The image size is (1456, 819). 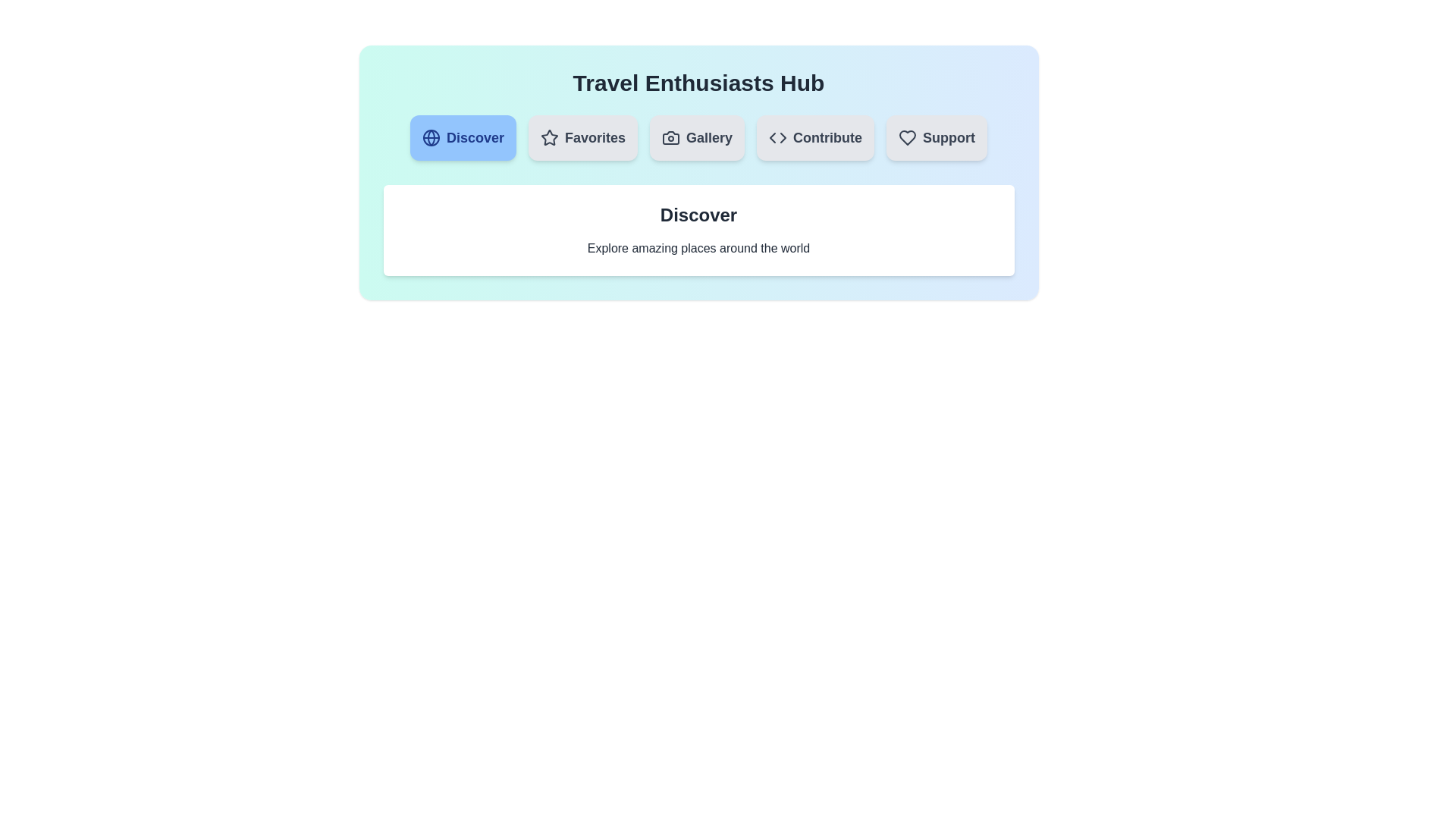 What do you see at coordinates (936, 137) in the screenshot?
I see `the support button located in the top-right section of the user interface` at bounding box center [936, 137].